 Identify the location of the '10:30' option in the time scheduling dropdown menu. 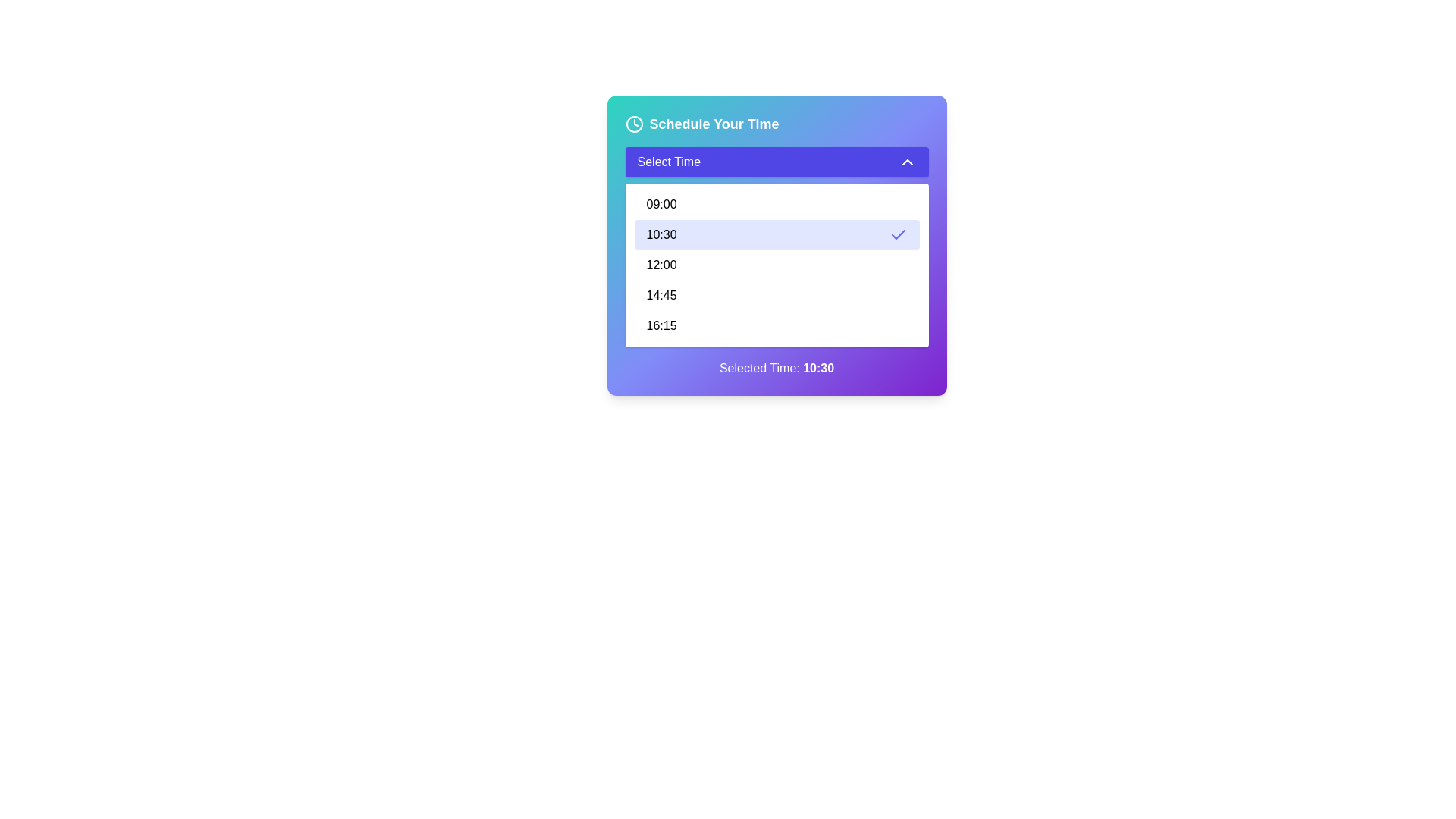
(777, 245).